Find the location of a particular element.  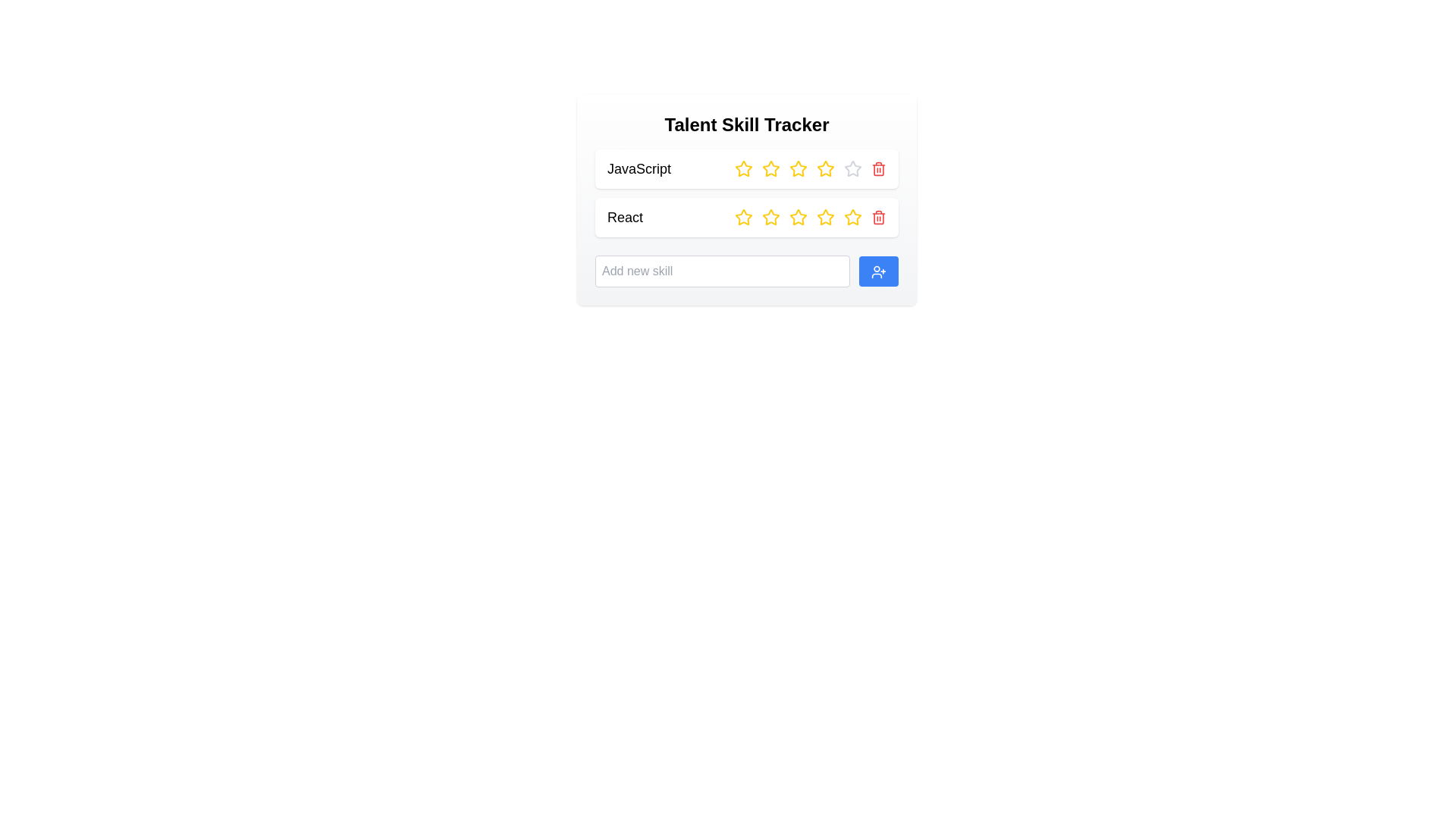

the second star icon in the Talent Skill Tracker panel is located at coordinates (771, 168).